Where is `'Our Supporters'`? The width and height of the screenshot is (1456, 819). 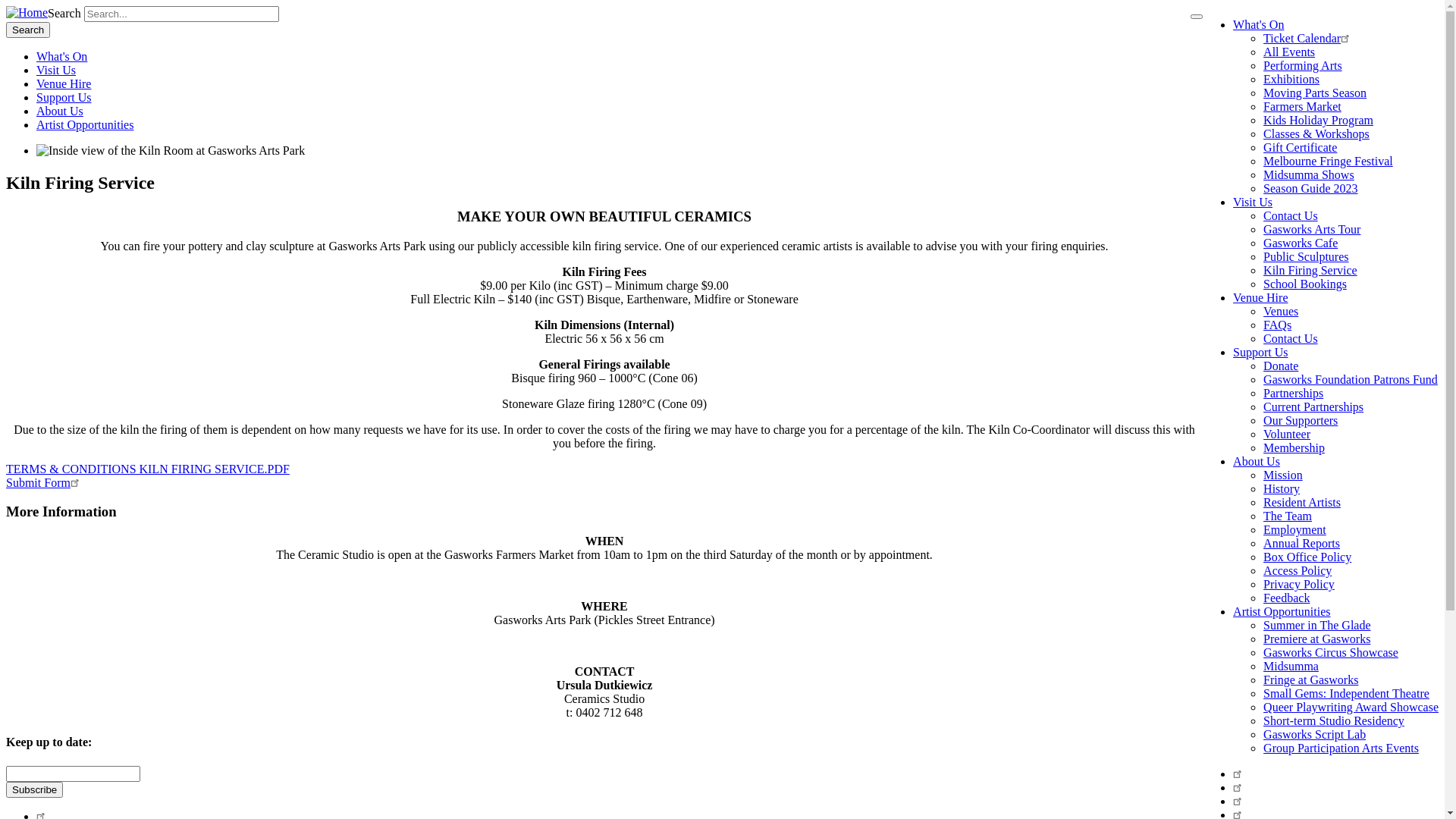 'Our Supporters' is located at coordinates (1299, 420).